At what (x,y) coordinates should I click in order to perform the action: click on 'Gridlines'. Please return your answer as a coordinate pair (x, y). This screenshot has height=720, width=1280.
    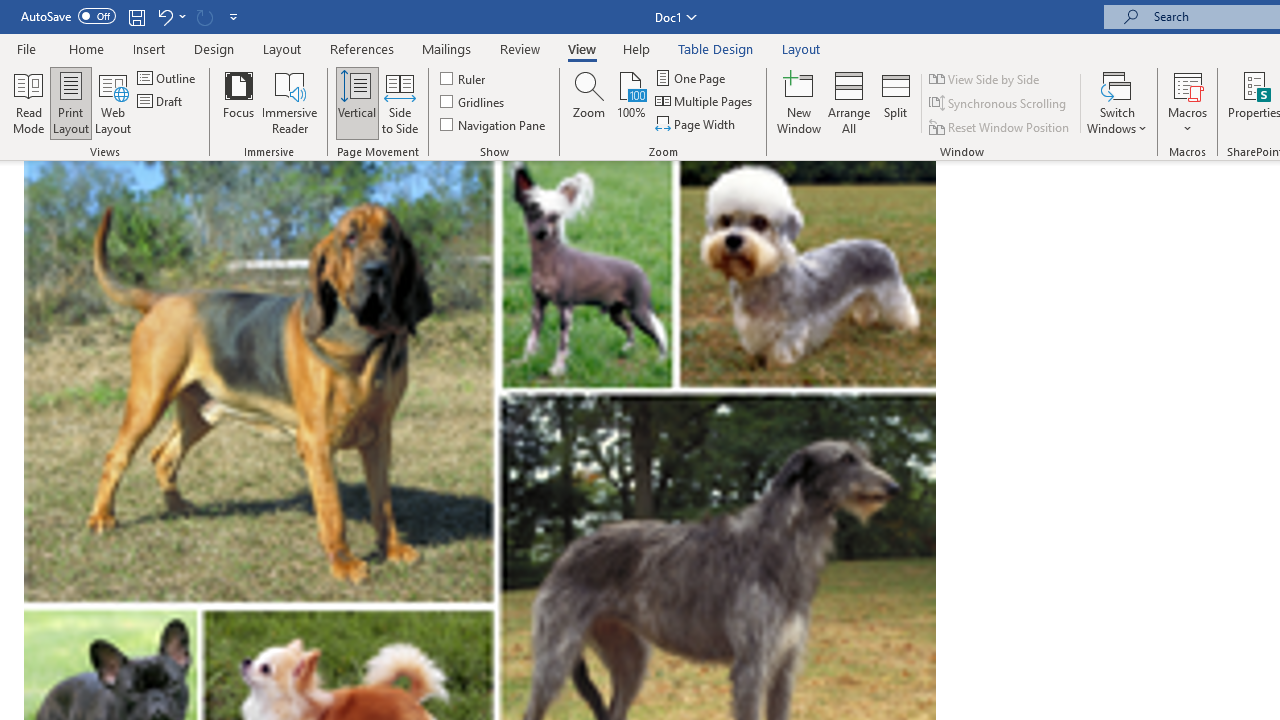
    Looking at the image, I should click on (472, 101).